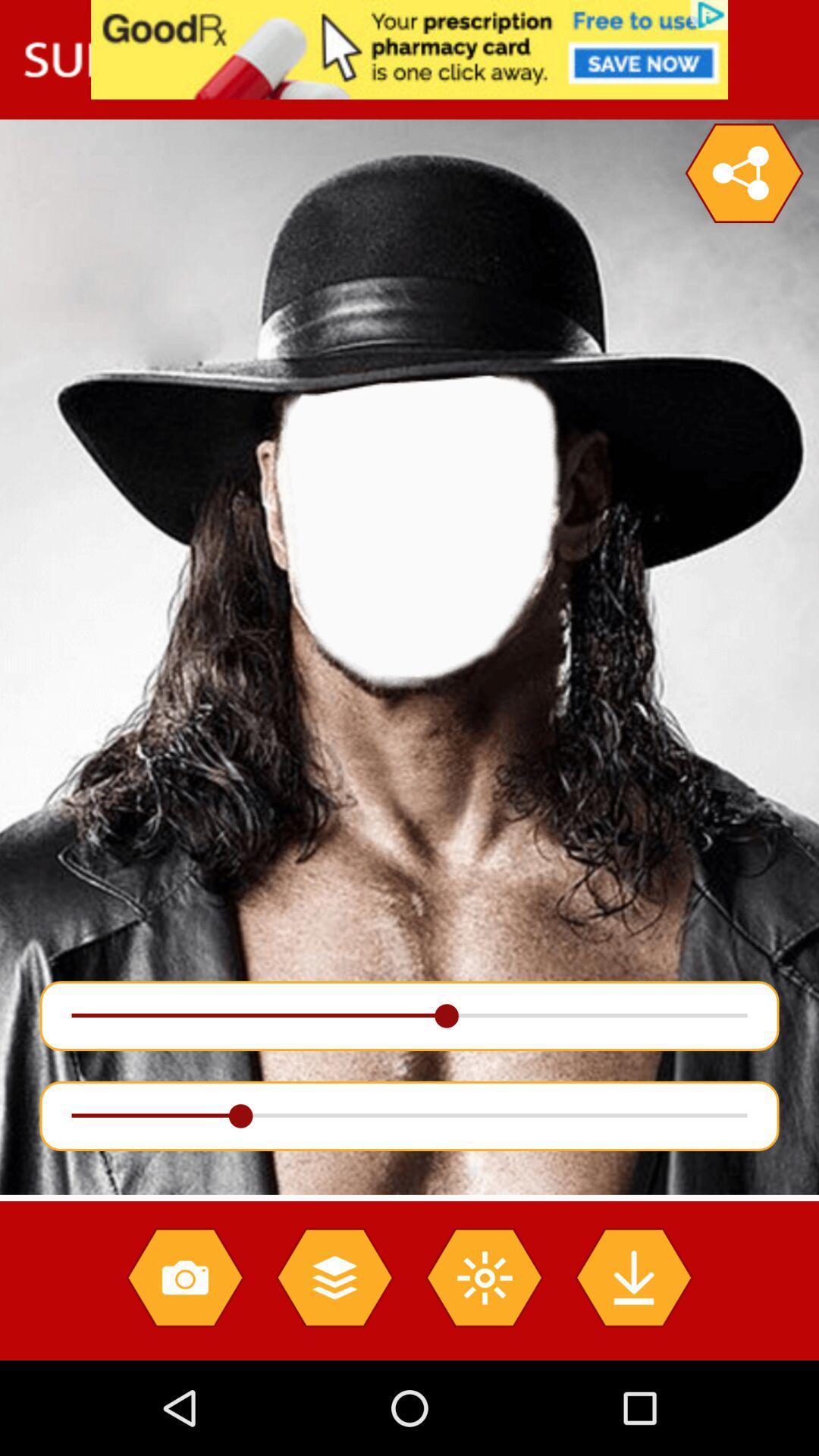 This screenshot has height=1456, width=819. Describe the element at coordinates (633, 1276) in the screenshot. I see `the file_download icon` at that location.